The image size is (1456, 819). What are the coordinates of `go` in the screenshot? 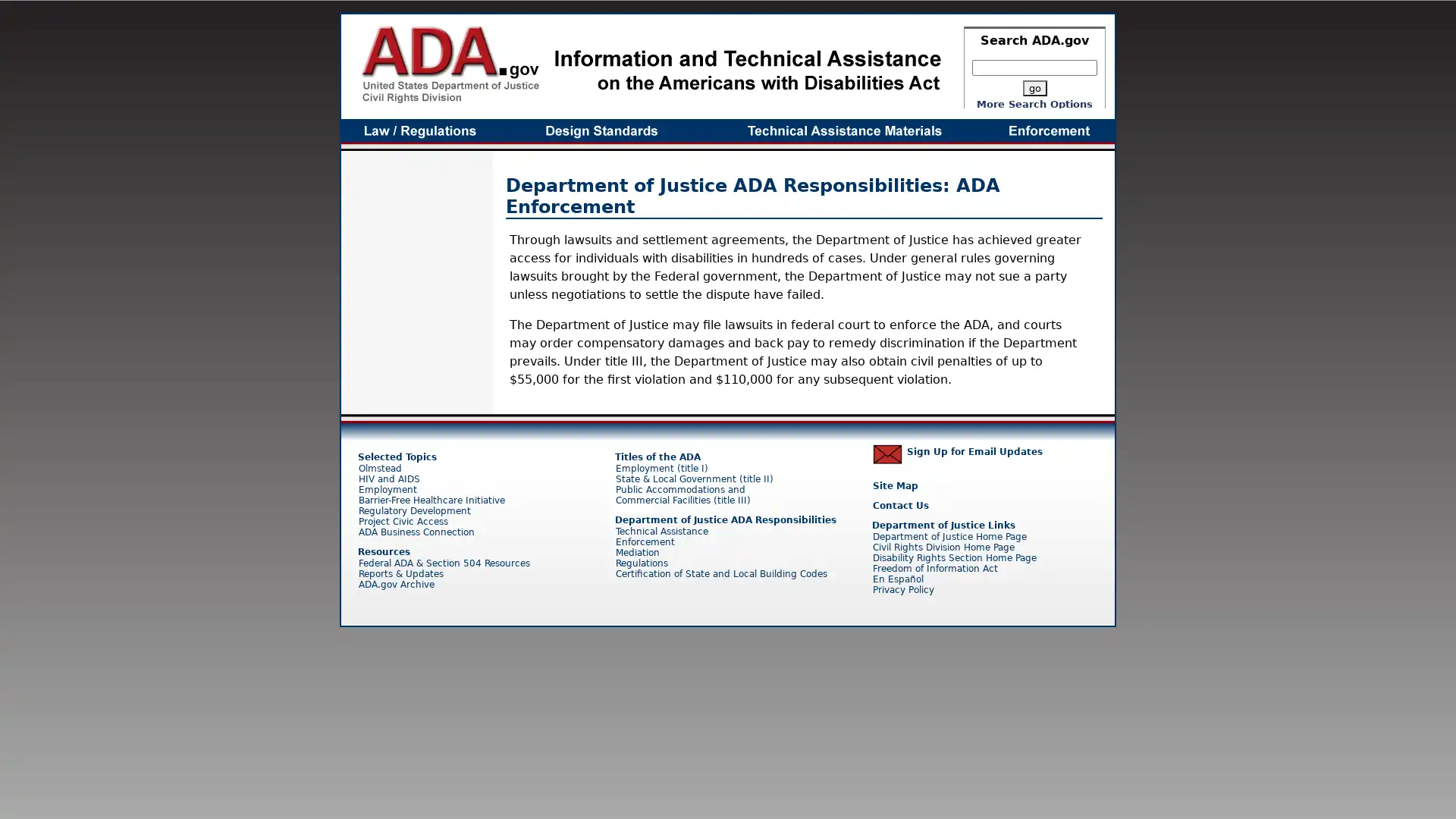 It's located at (1033, 88).